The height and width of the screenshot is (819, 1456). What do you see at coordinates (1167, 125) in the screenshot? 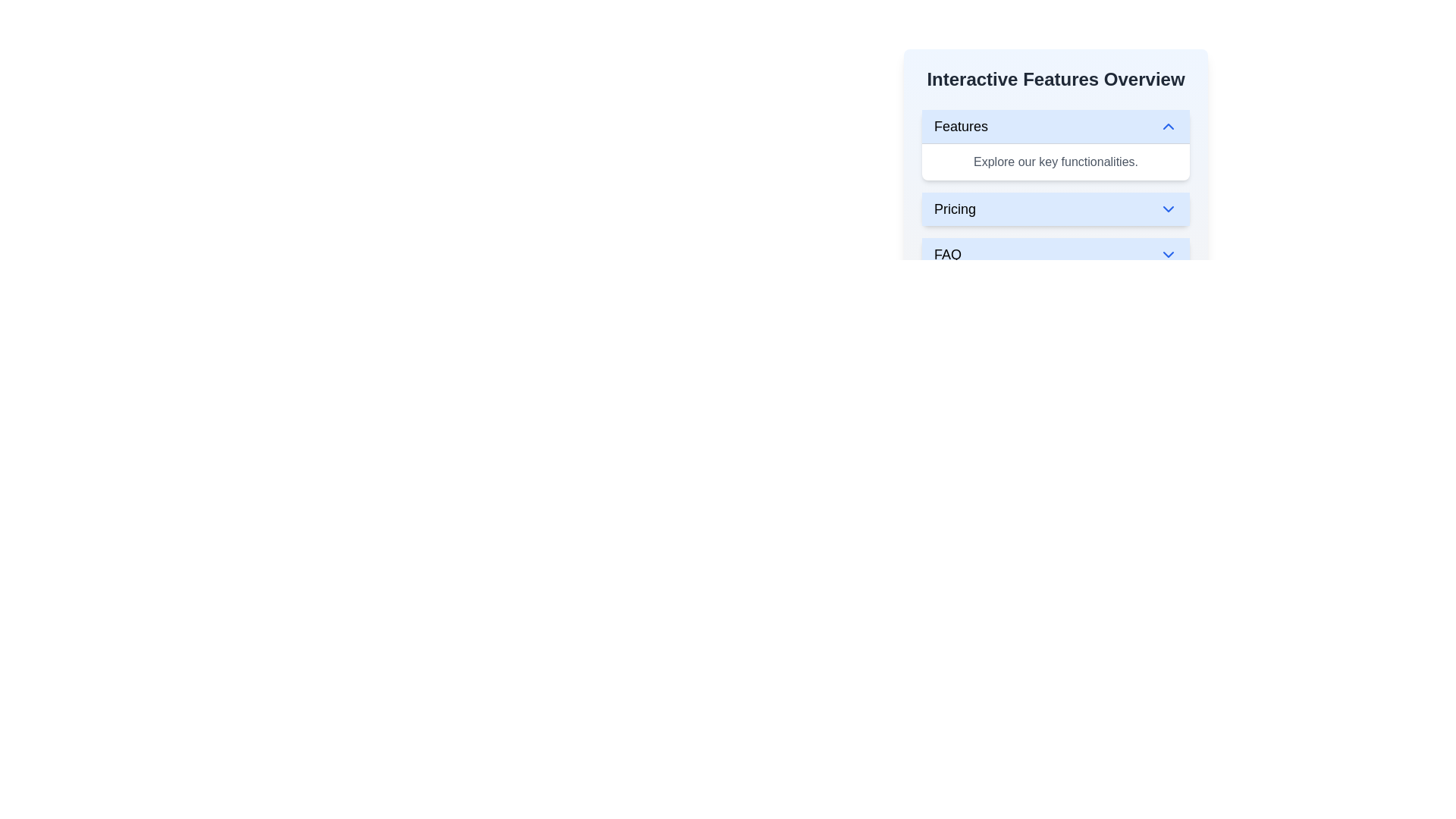
I see `the chevron icon located to the far right of the 'Features' section header` at bounding box center [1167, 125].